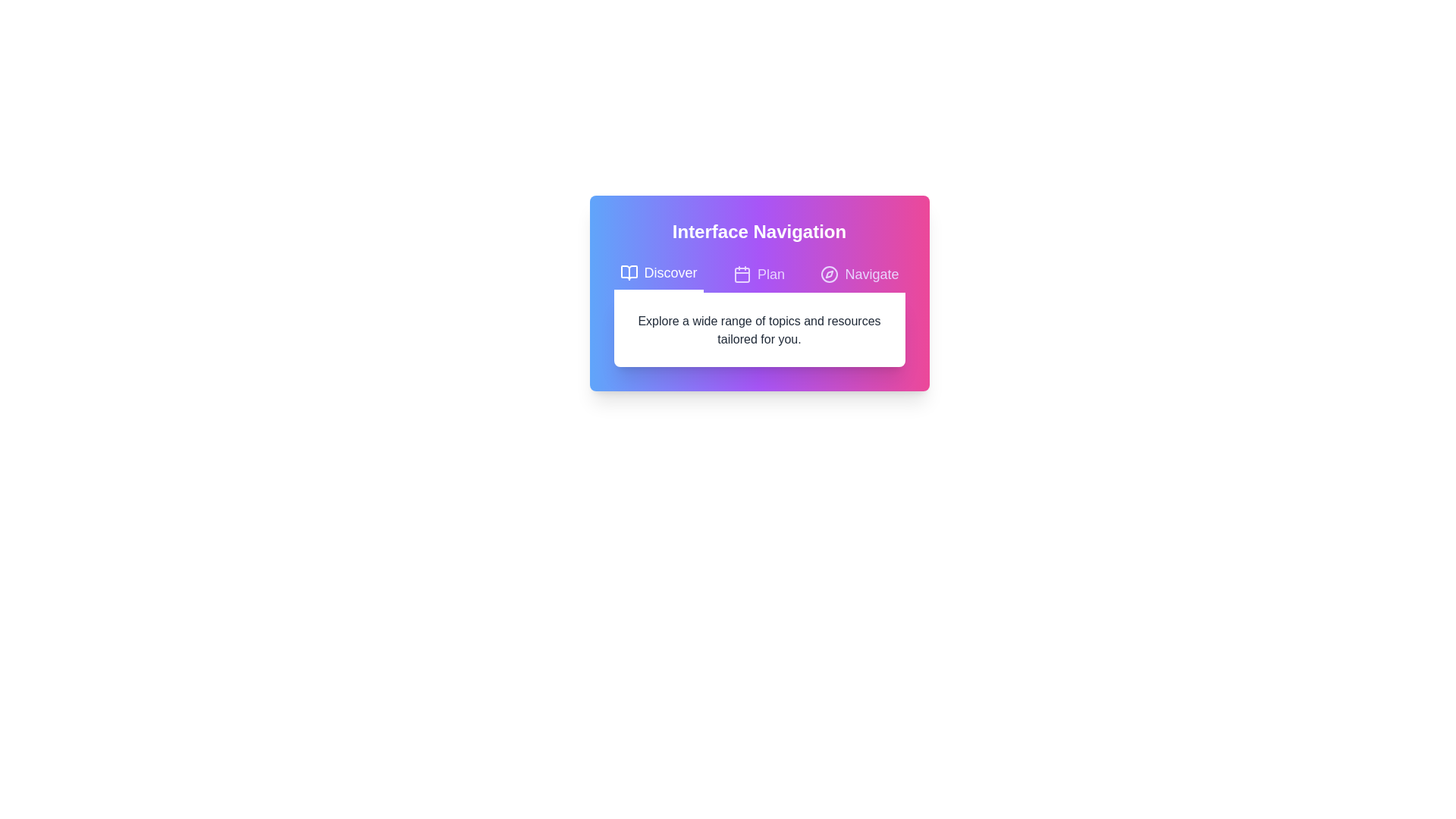  Describe the element at coordinates (629, 271) in the screenshot. I see `the 'Discover' tab icon, which is positioned to the left of the 'Discover' text in the tabbed navigation interface` at that location.